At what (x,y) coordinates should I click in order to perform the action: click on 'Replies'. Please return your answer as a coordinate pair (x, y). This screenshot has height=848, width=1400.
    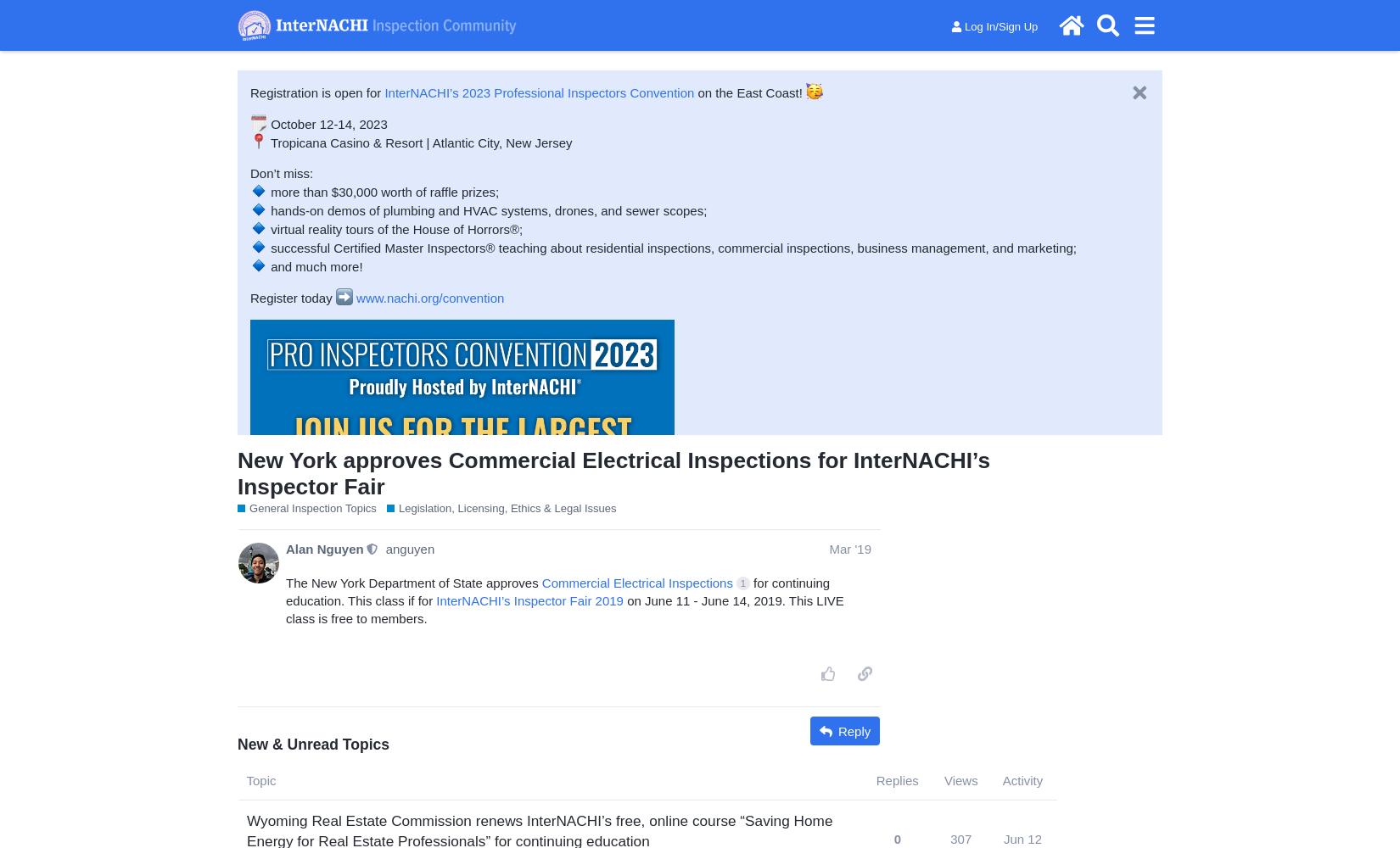
    Looking at the image, I should click on (896, 780).